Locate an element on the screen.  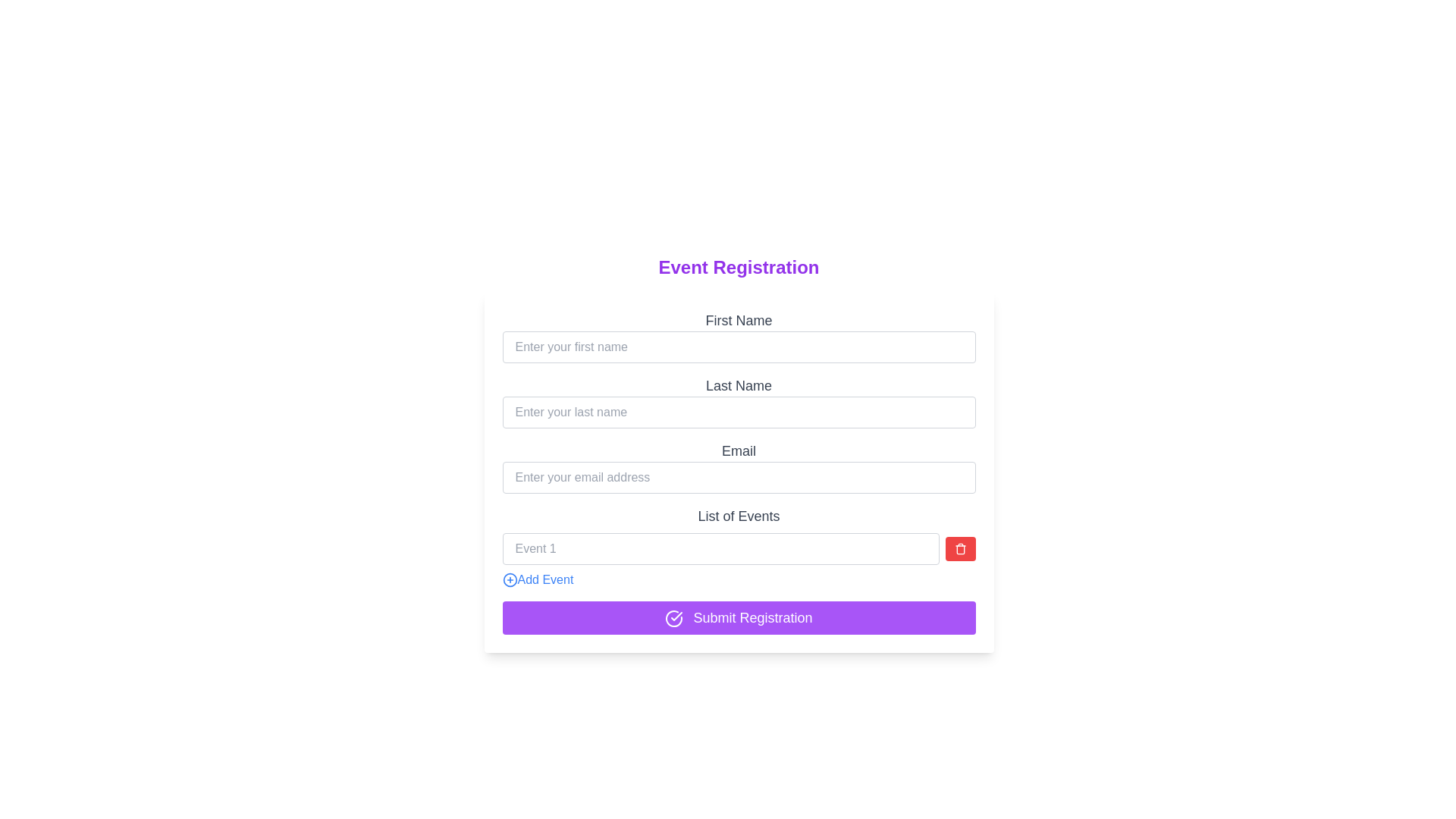
the button located below the 'Event 1' text input field is located at coordinates (538, 579).